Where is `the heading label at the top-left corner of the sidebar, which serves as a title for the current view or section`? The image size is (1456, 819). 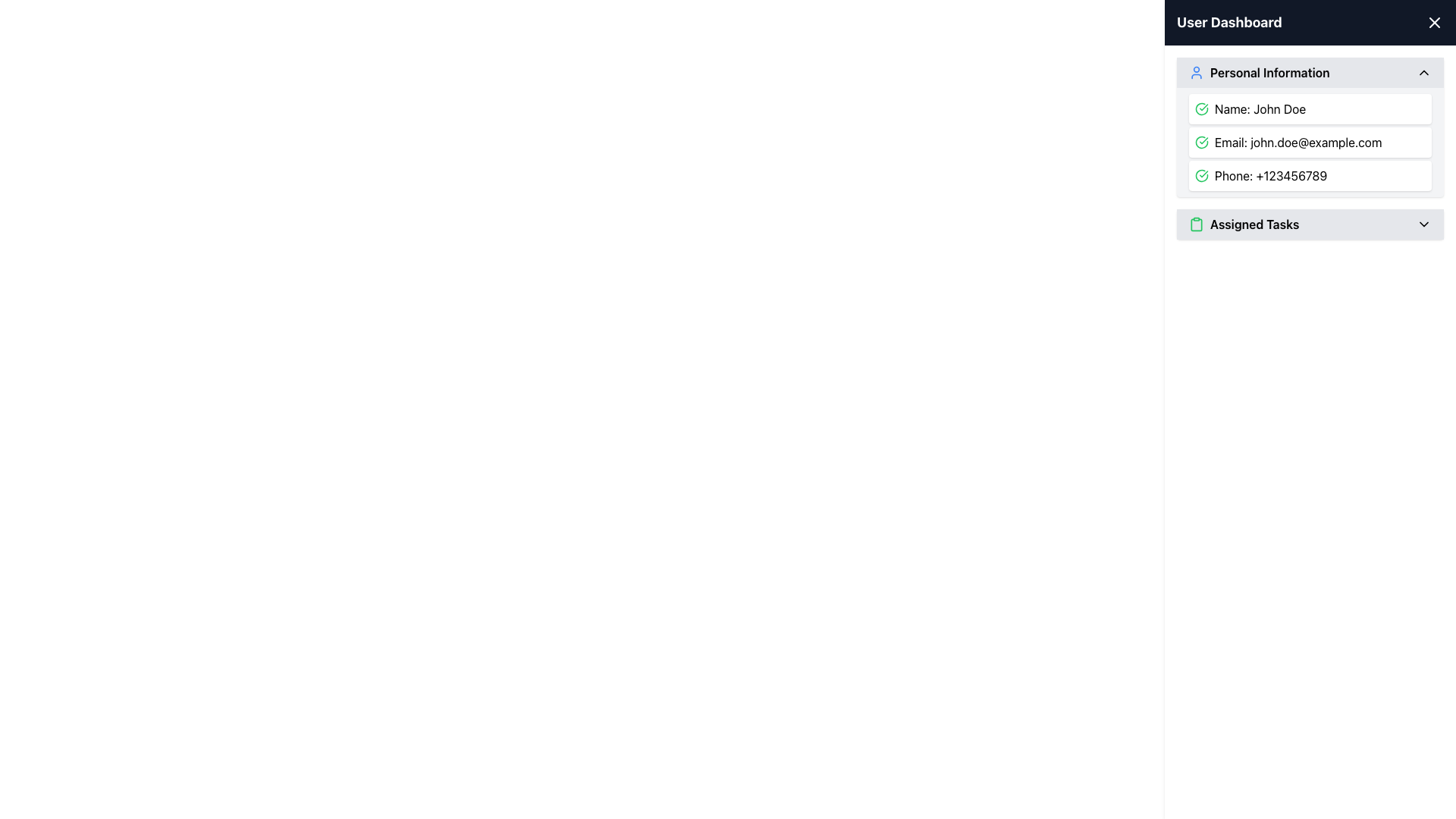 the heading label at the top-left corner of the sidebar, which serves as a title for the current view or section is located at coordinates (1229, 23).